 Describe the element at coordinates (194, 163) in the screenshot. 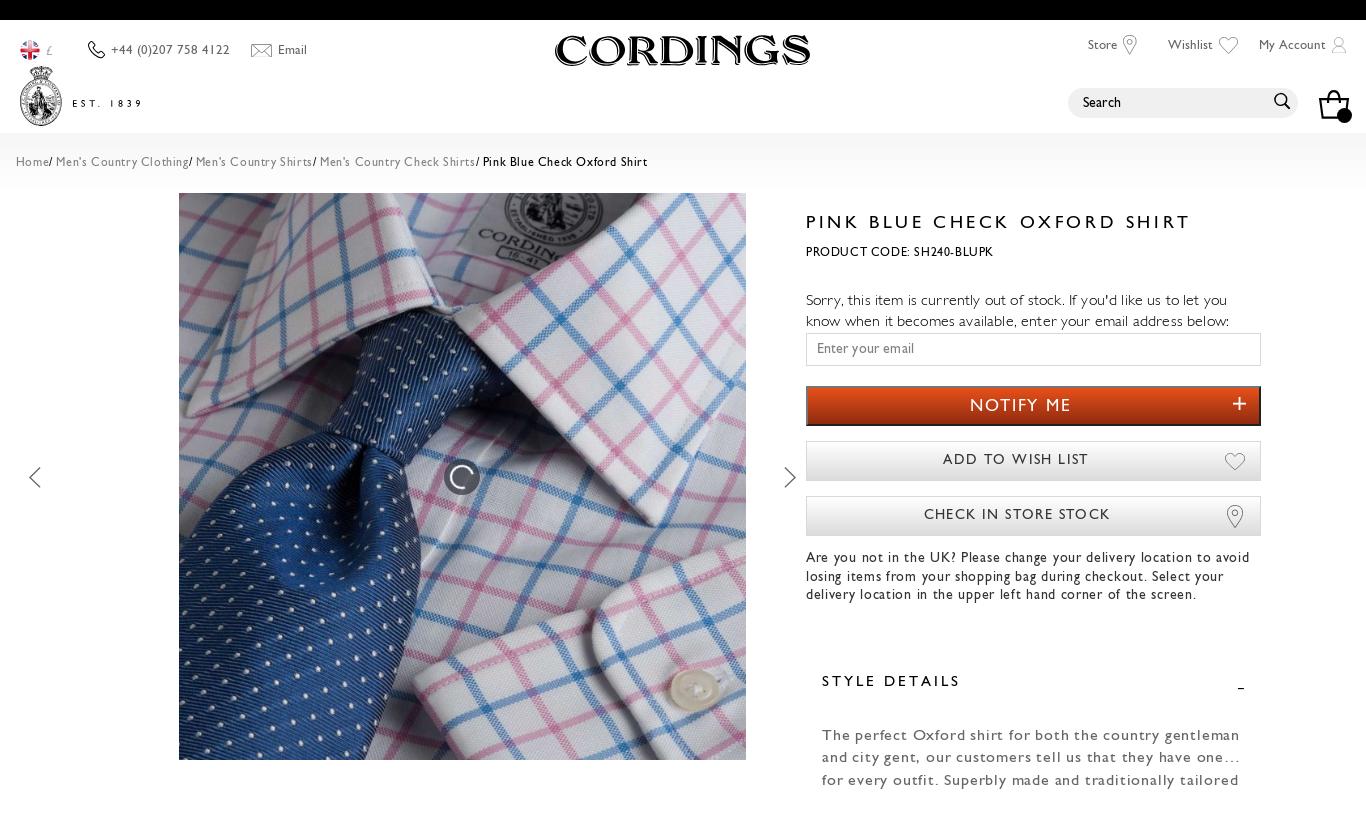

I see `'Men's Country Shirts'` at that location.